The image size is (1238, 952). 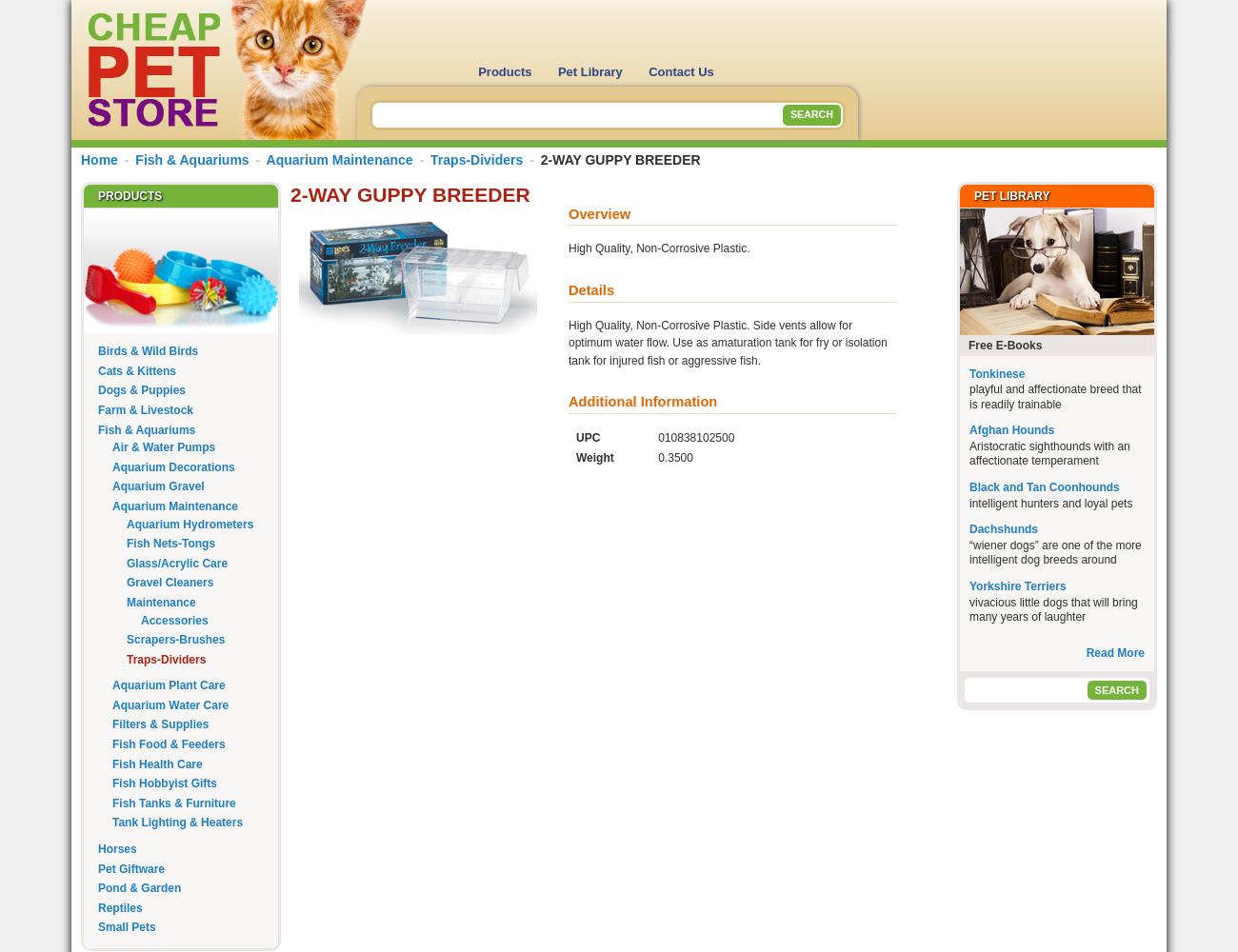 I want to click on 'Aquarium Water Care', so click(x=170, y=704).